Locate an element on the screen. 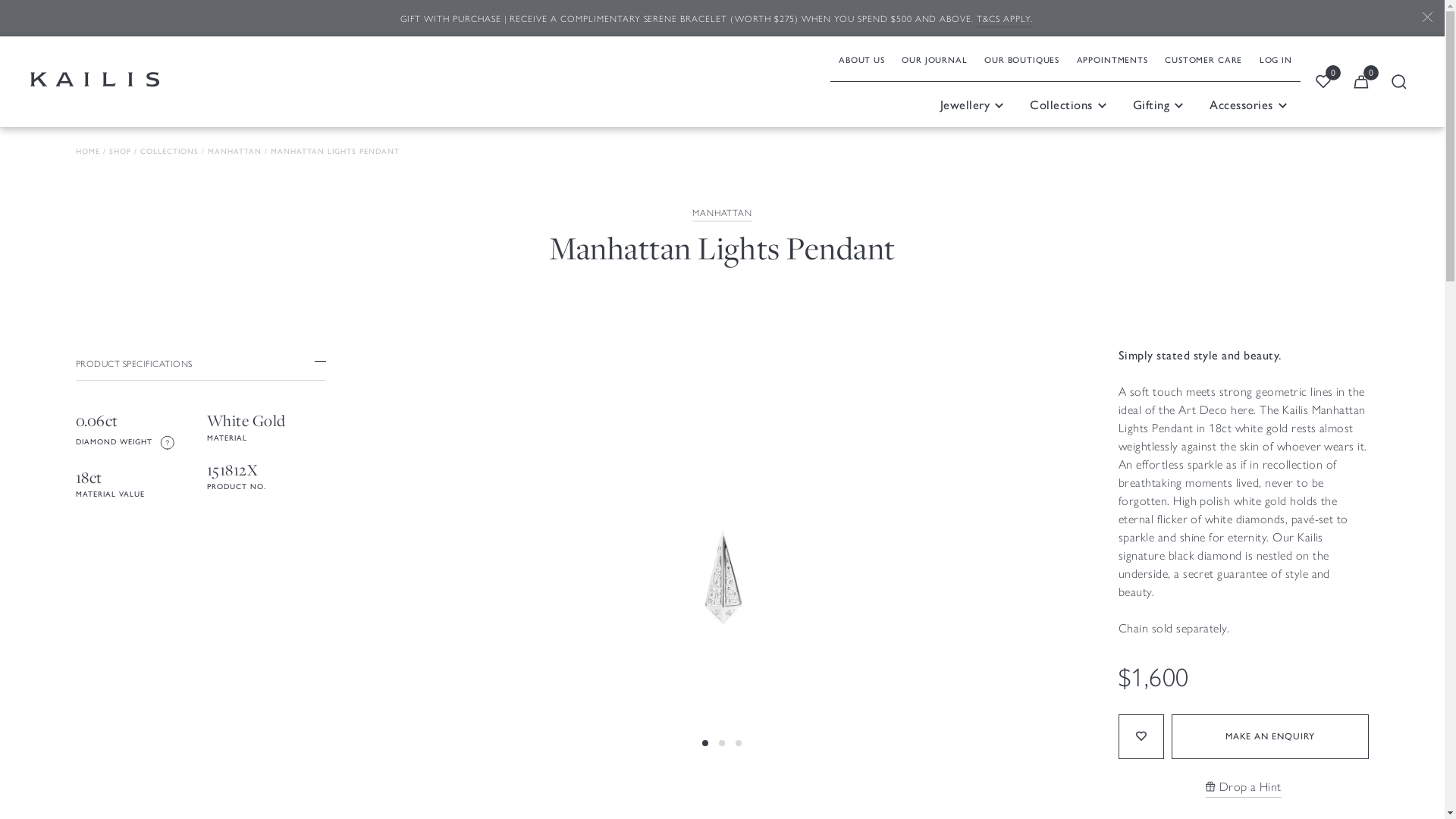 The height and width of the screenshot is (819, 1456). 'OPEN CART is located at coordinates (1361, 82).